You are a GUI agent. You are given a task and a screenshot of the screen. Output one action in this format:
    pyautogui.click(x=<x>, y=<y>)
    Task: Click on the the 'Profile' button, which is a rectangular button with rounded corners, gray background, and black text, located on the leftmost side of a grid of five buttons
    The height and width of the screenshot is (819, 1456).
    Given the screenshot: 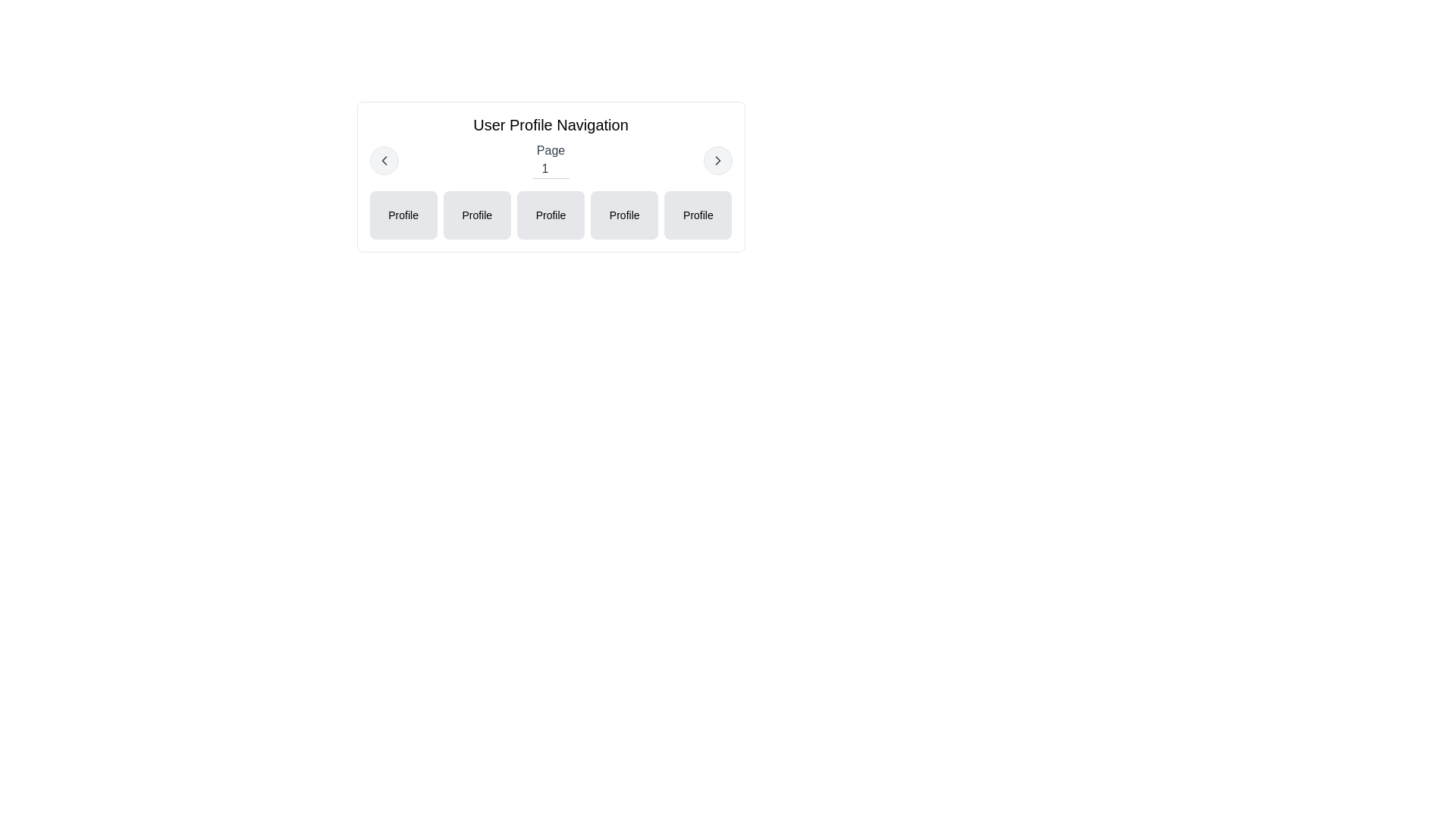 What is the action you would take?
    pyautogui.click(x=403, y=215)
    